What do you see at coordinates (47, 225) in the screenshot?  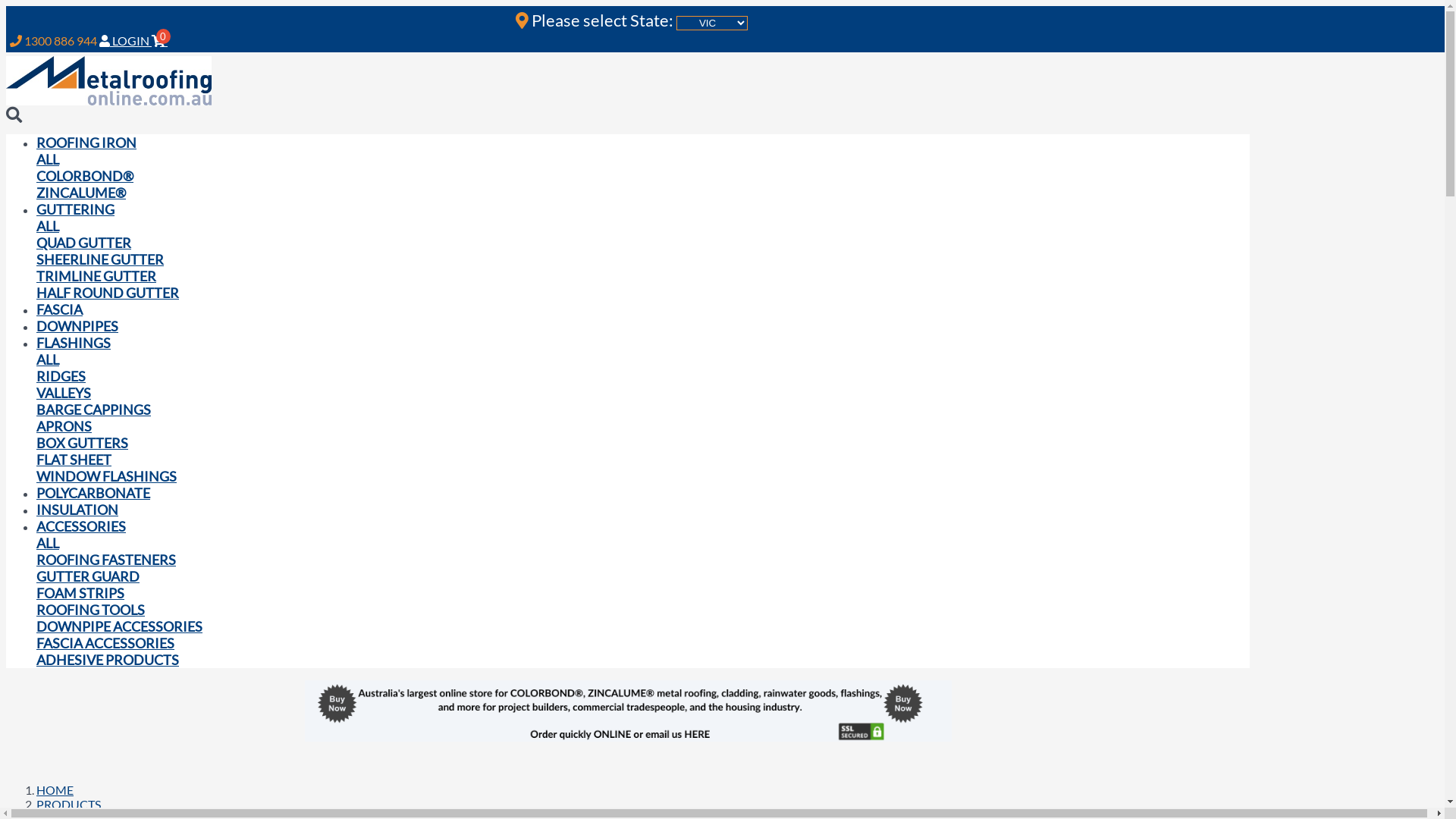 I see `'ALL'` at bounding box center [47, 225].